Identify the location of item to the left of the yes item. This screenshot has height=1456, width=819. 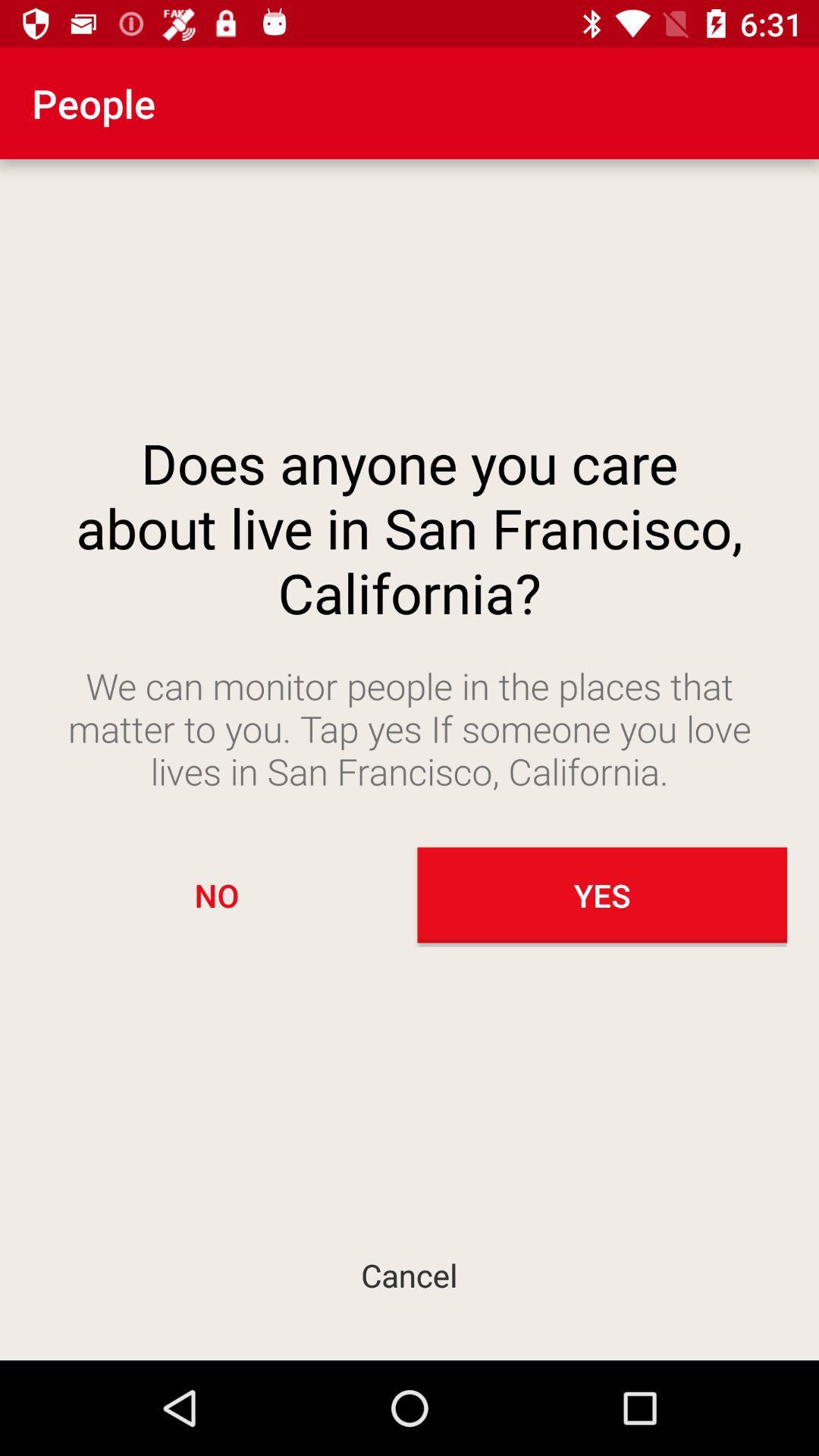
(216, 895).